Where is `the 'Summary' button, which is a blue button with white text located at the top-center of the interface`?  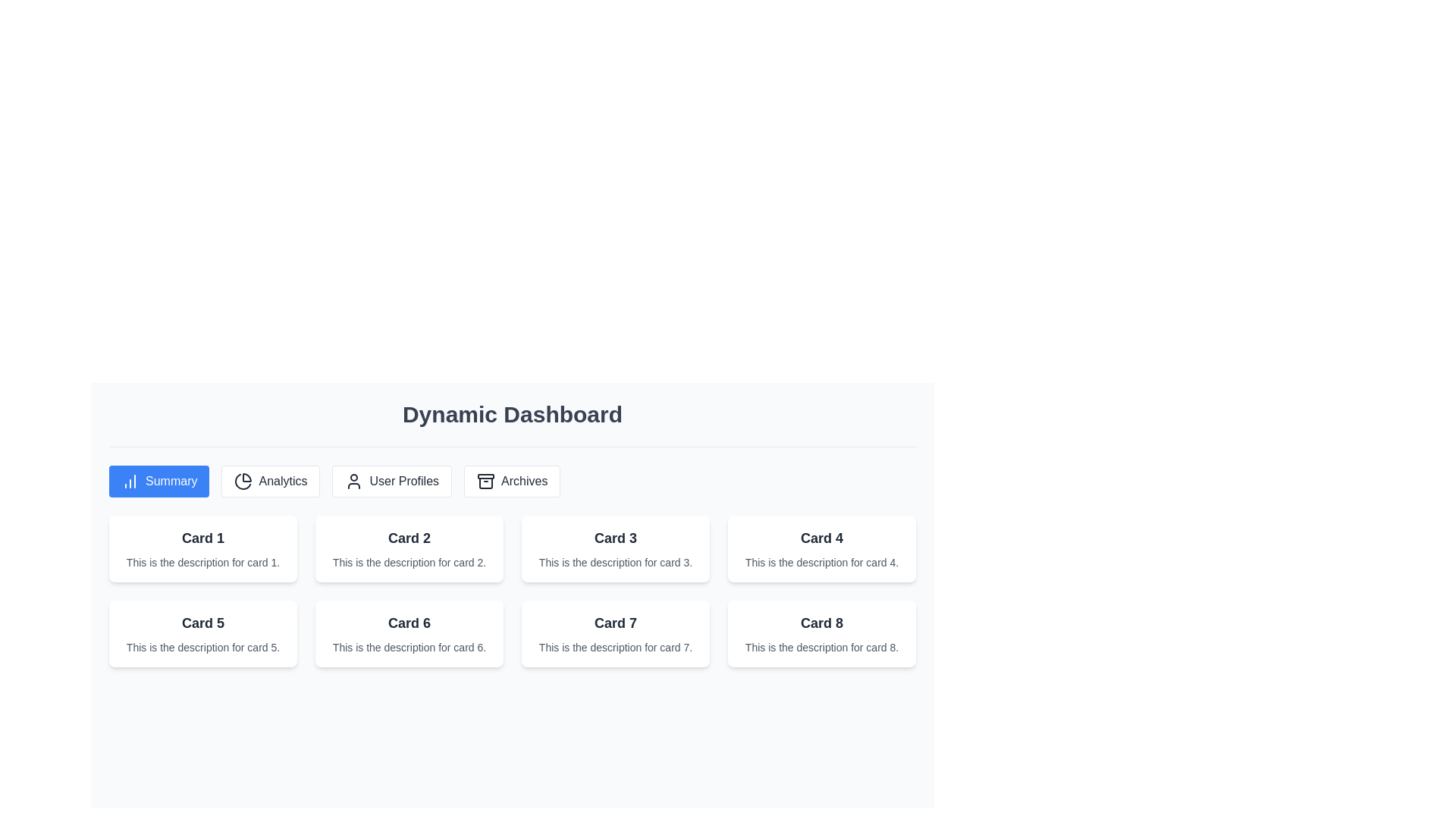 the 'Summary' button, which is a blue button with white text located at the top-center of the interface is located at coordinates (159, 482).